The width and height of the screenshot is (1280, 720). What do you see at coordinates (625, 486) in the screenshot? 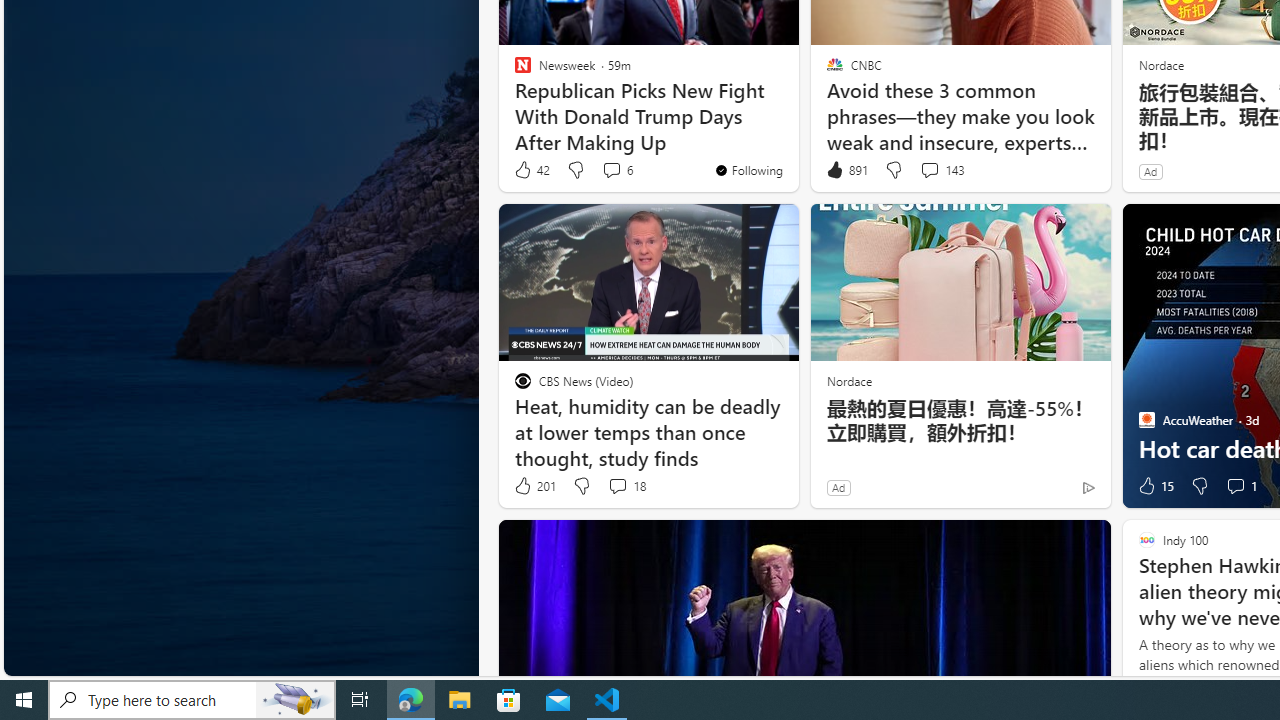
I see `'View comments 18 Comment'` at bounding box center [625, 486].